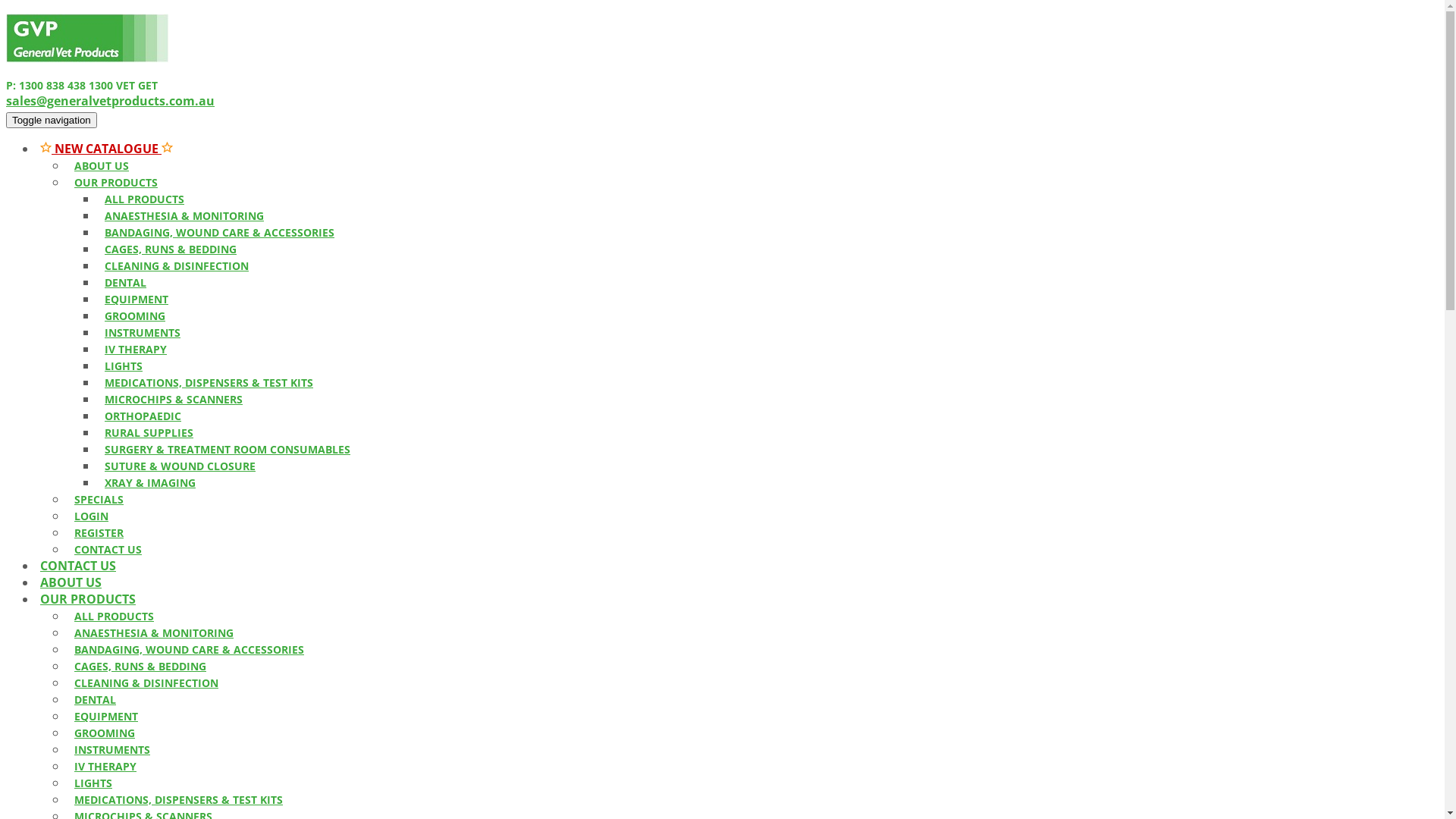  What do you see at coordinates (188, 648) in the screenshot?
I see `'BANDAGING, WOUND CARE & ACCESSORIES'` at bounding box center [188, 648].